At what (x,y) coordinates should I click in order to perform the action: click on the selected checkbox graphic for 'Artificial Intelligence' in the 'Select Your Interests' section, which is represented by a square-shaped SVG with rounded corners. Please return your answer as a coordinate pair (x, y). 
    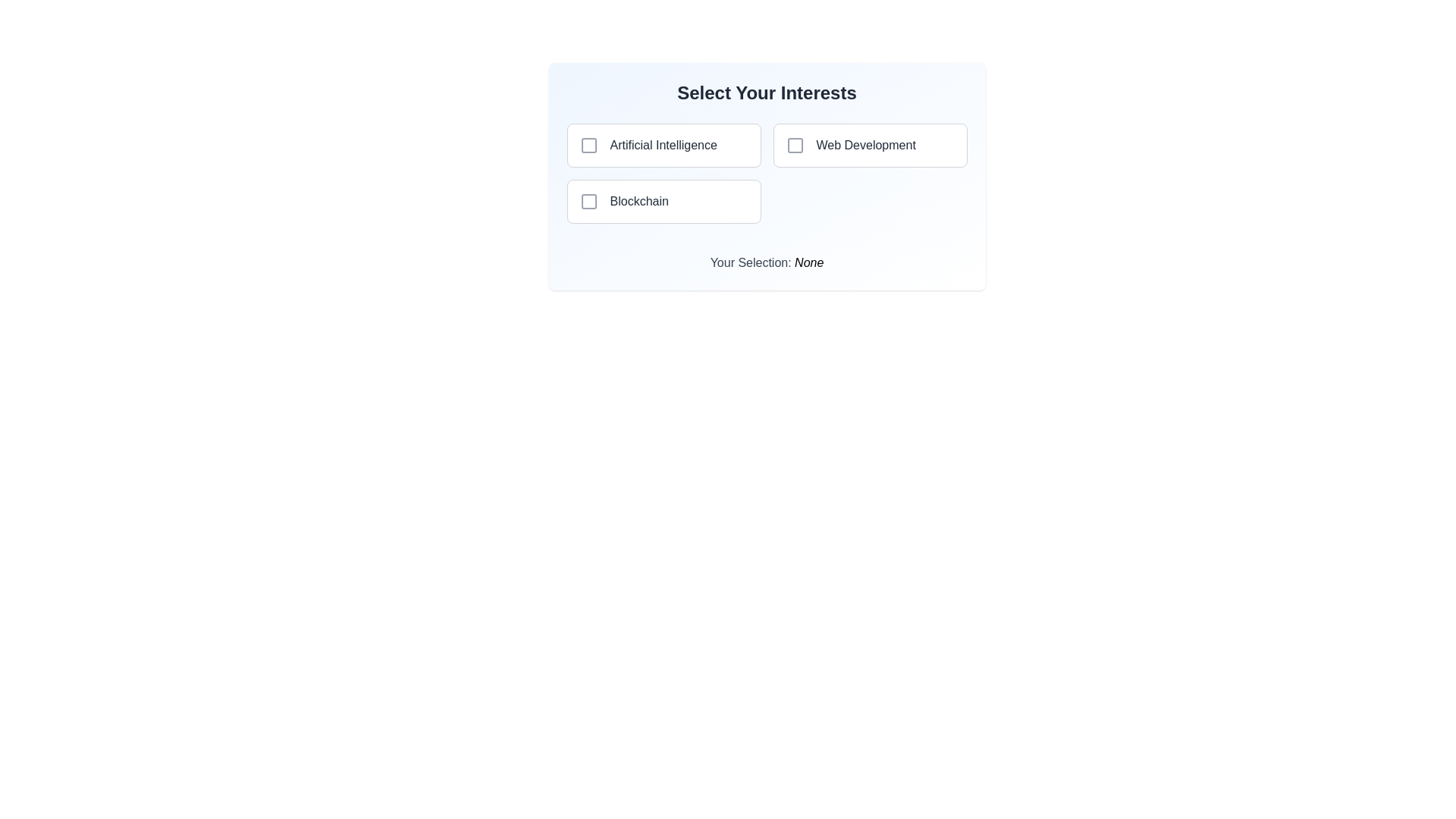
    Looking at the image, I should click on (588, 146).